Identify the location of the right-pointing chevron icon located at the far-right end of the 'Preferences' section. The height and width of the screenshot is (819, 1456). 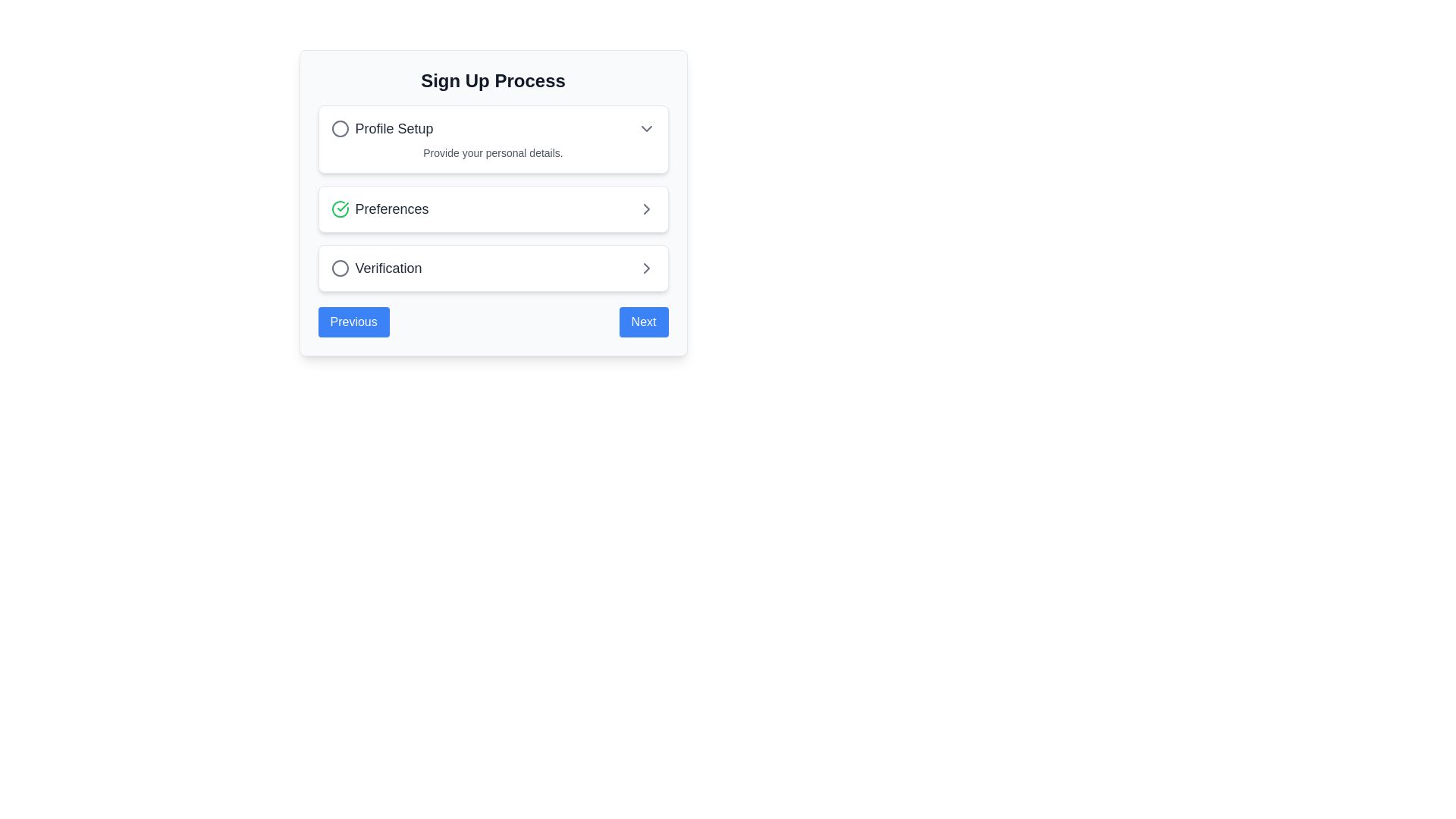
(646, 209).